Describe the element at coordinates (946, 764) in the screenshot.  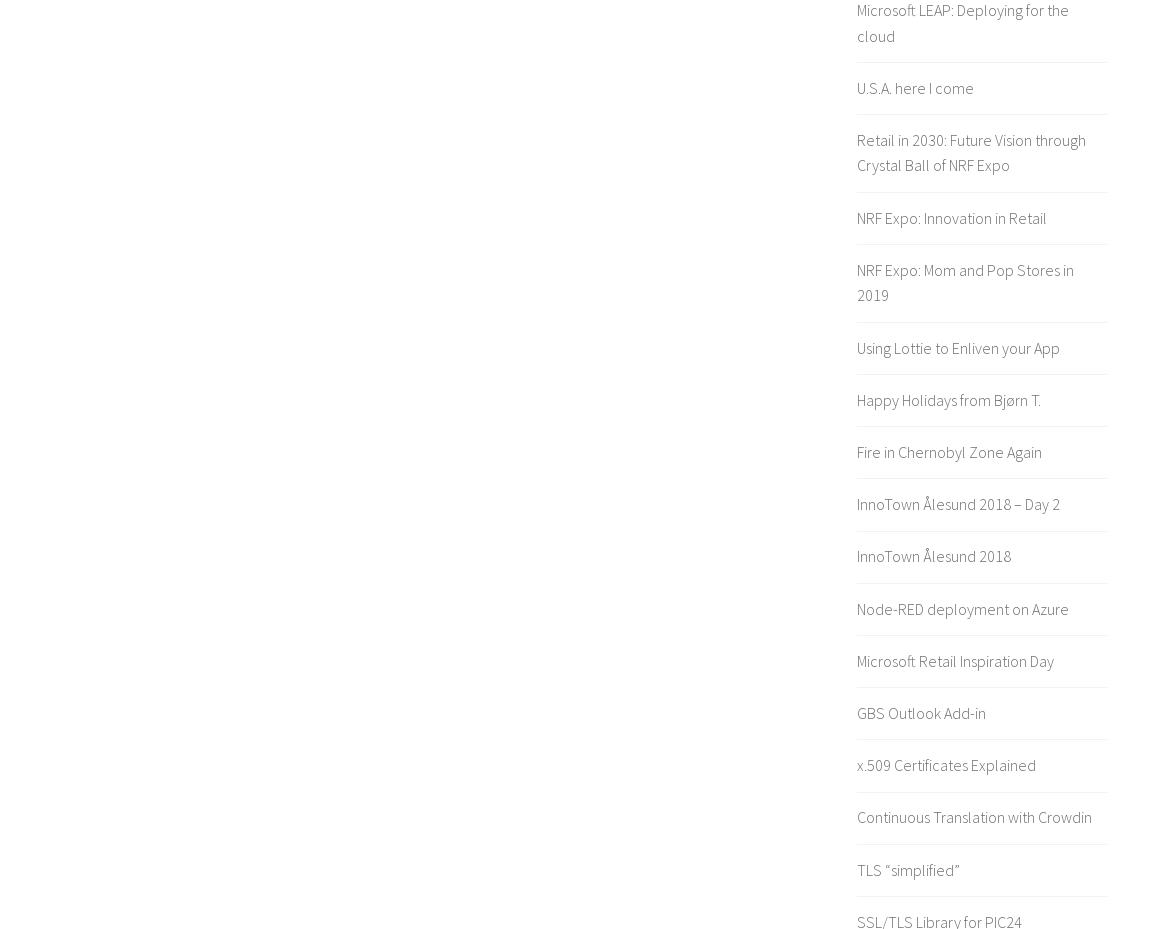
I see `'x.509 Certificates Explained'` at that location.